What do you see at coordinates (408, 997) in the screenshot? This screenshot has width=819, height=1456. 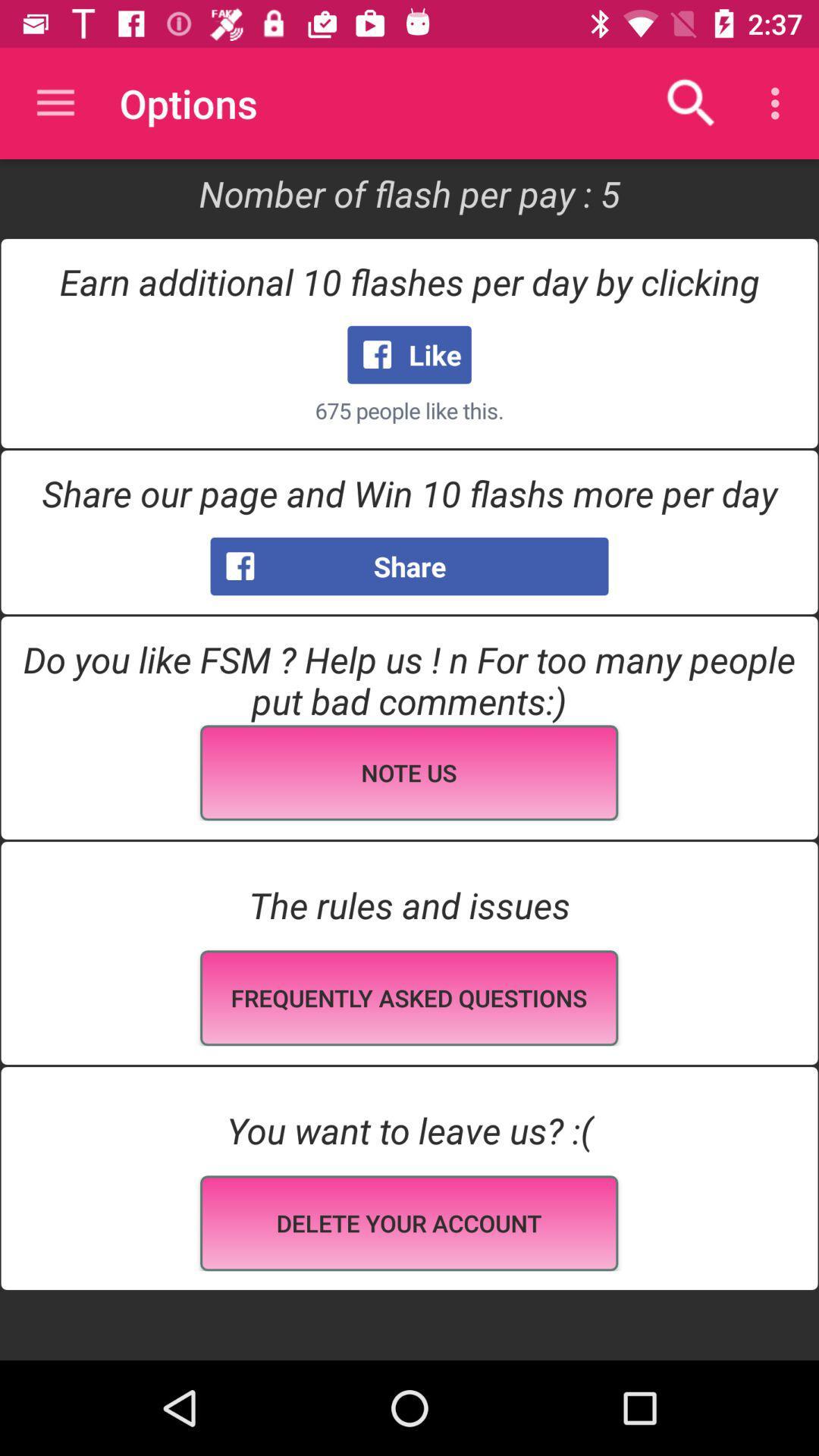 I see `the frequently asked qustions field` at bounding box center [408, 997].